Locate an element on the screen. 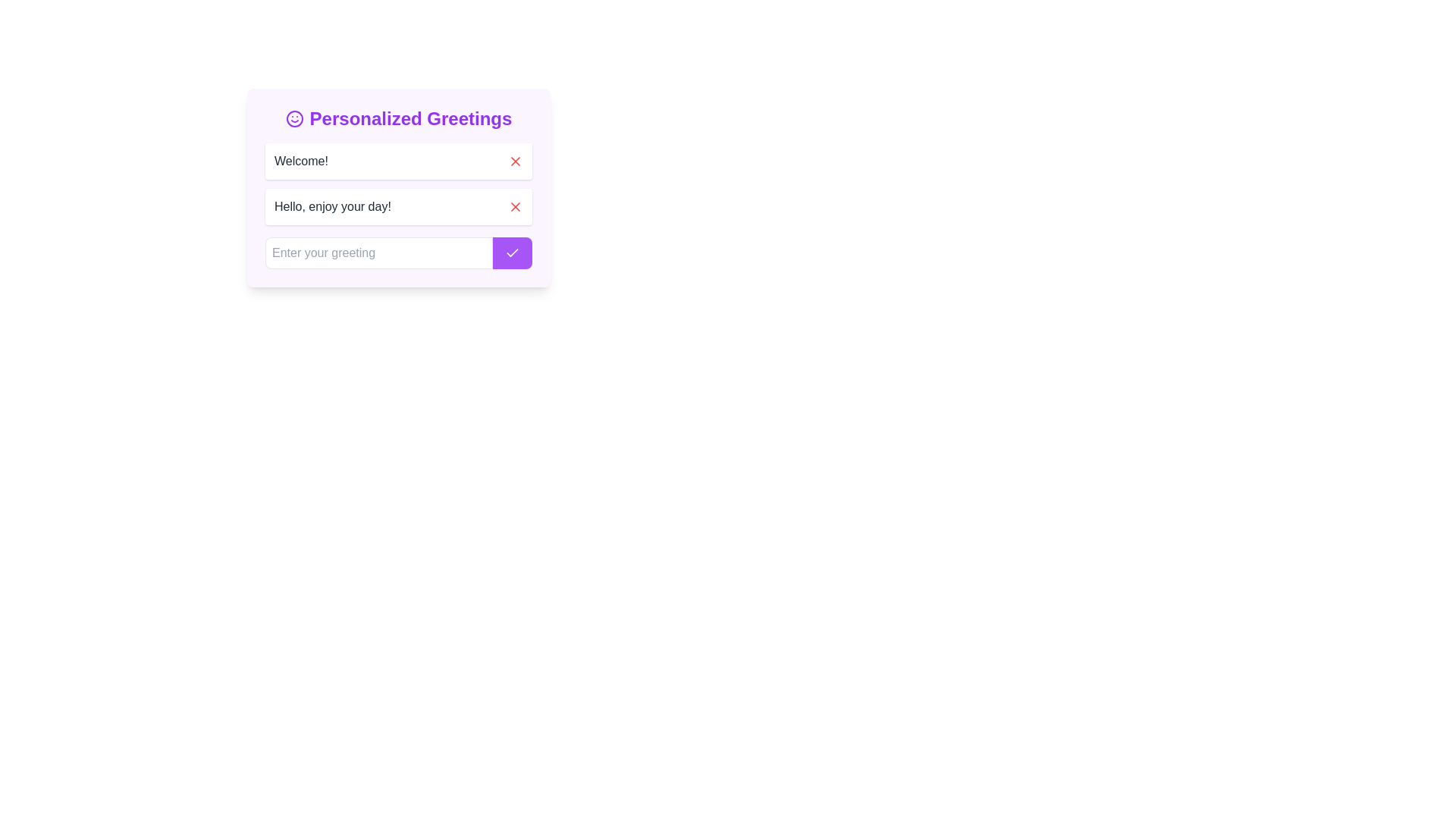  the checkmark icon located in the bottom-right corner of the purple button on the 'Personalized Greetings' card interface to confirm or submit user input is located at coordinates (513, 251).